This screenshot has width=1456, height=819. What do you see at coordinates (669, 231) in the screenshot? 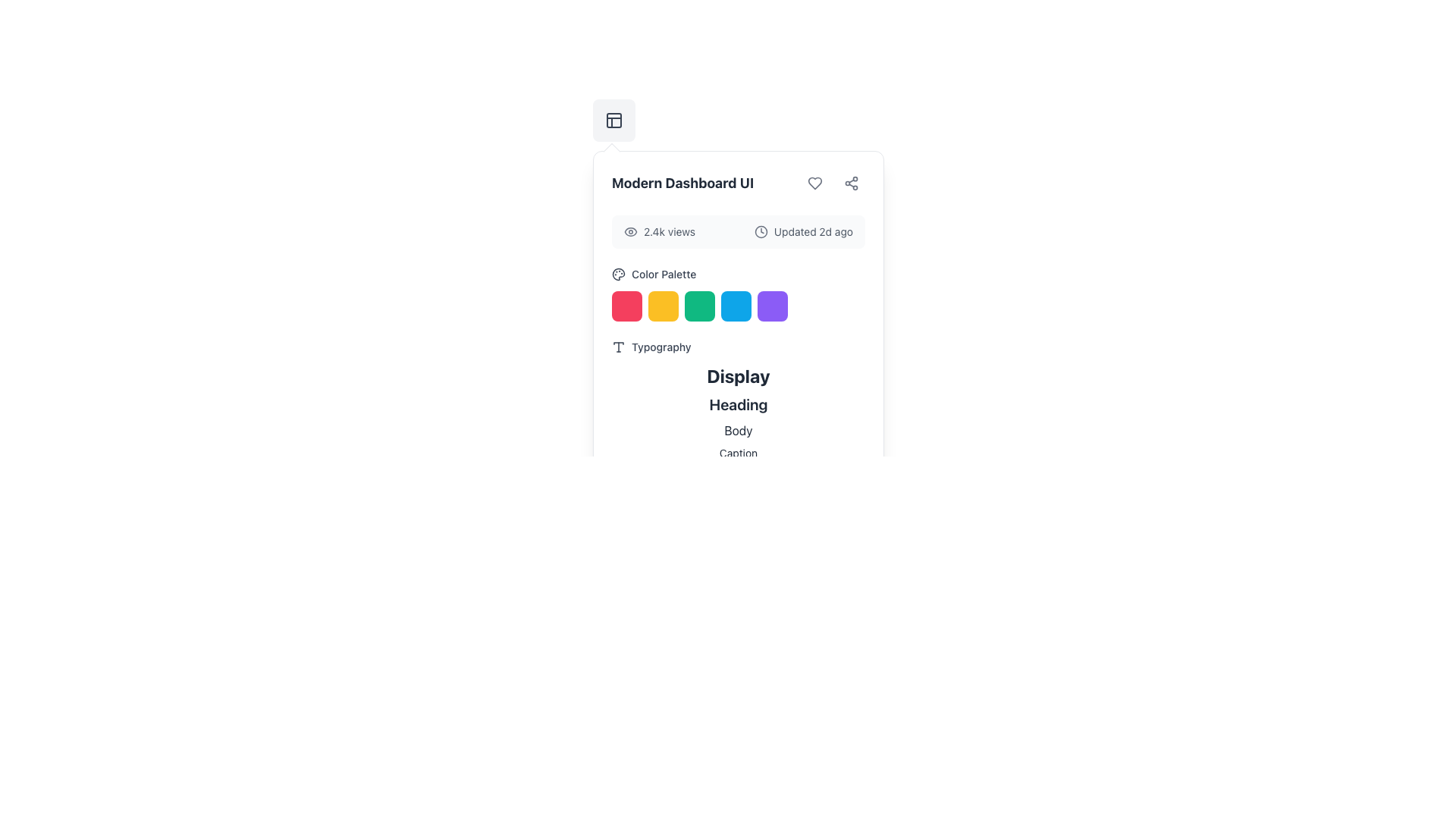
I see `text label displaying '2.4k views', which is styled in gray and positioned next to an eye icon` at bounding box center [669, 231].